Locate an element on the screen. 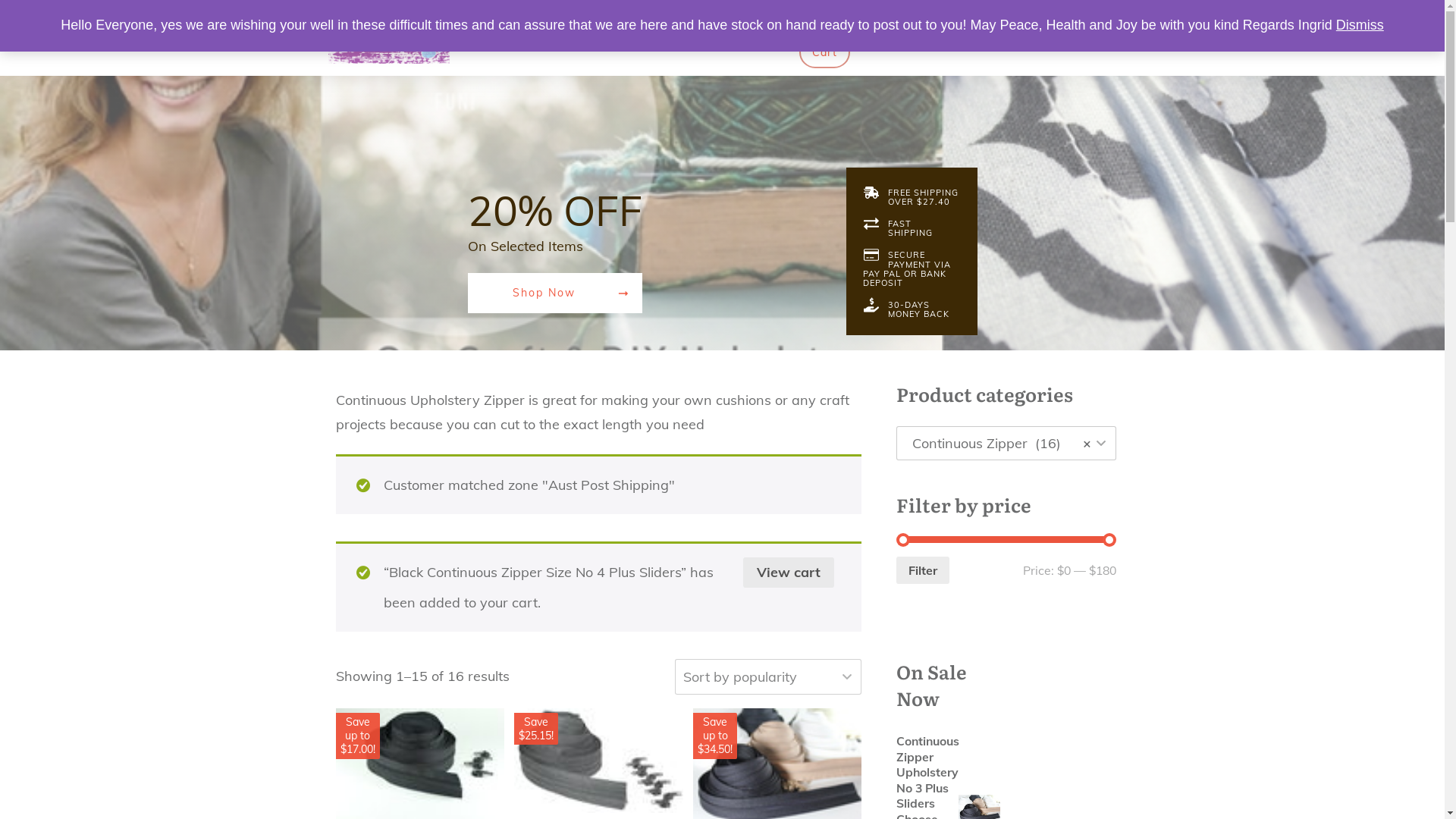 This screenshot has height=819, width=1456. 'Filter' is located at coordinates (922, 570).